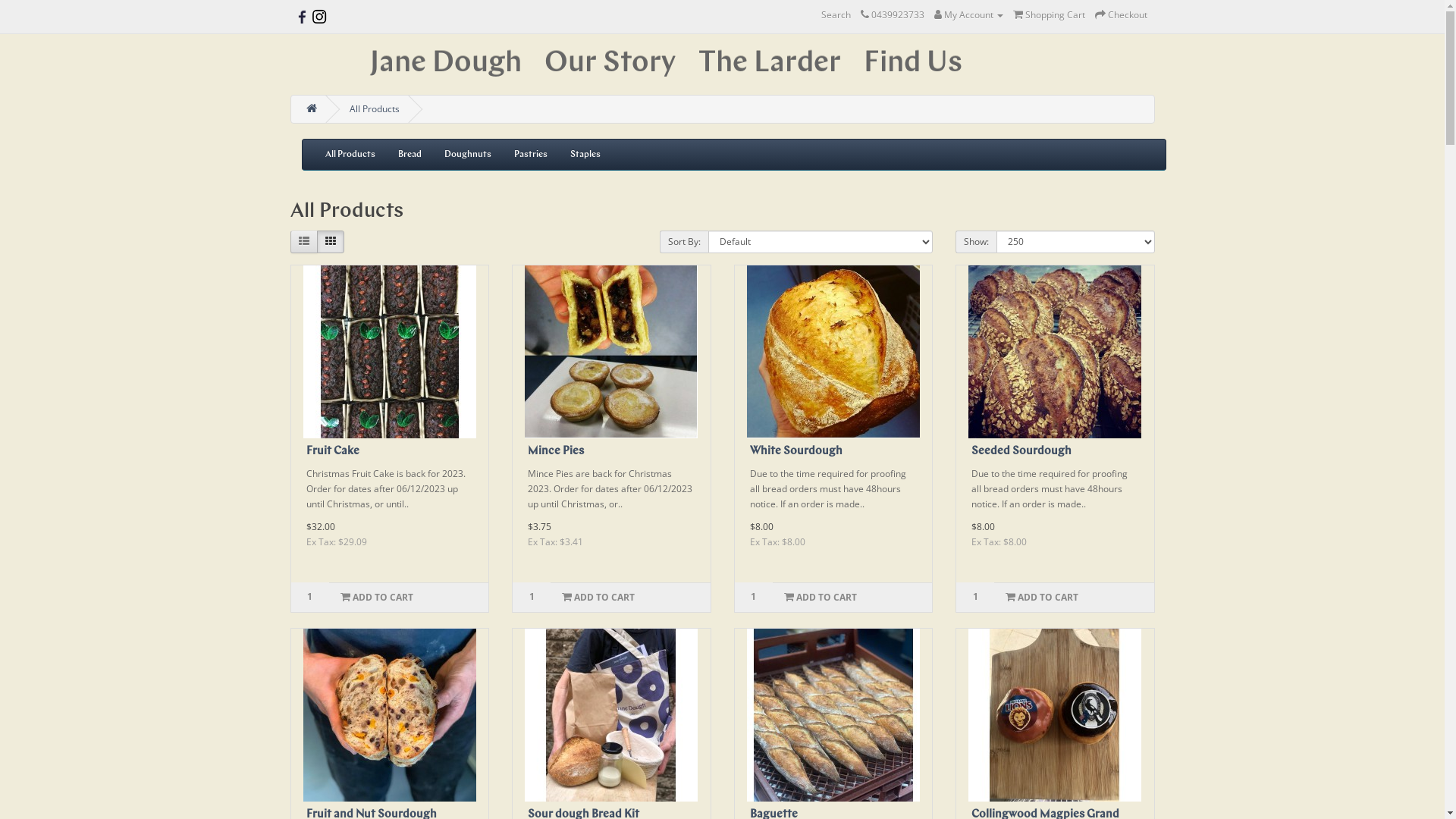  I want to click on 'Shopping Cart', so click(1048, 14).